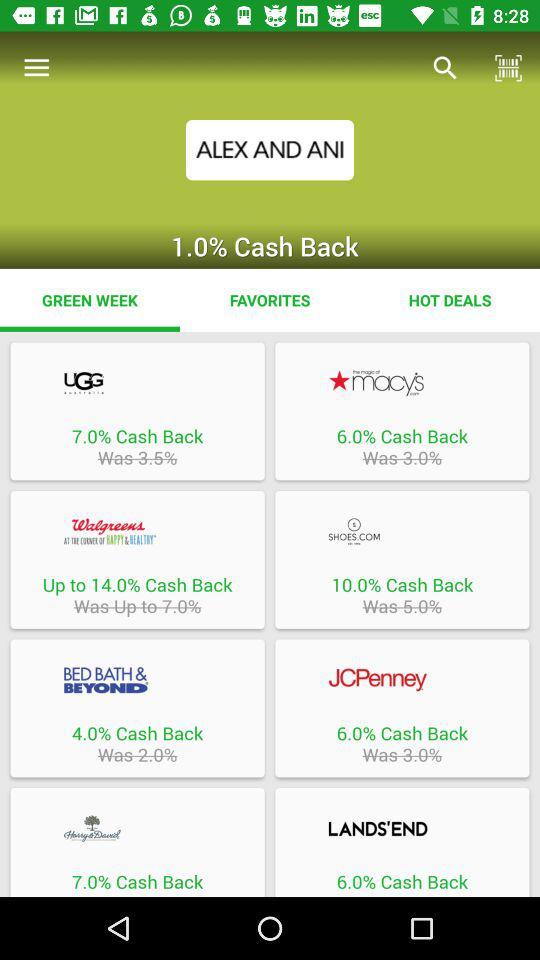 The height and width of the screenshot is (960, 540). What do you see at coordinates (402, 680) in the screenshot?
I see `jcpenny` at bounding box center [402, 680].